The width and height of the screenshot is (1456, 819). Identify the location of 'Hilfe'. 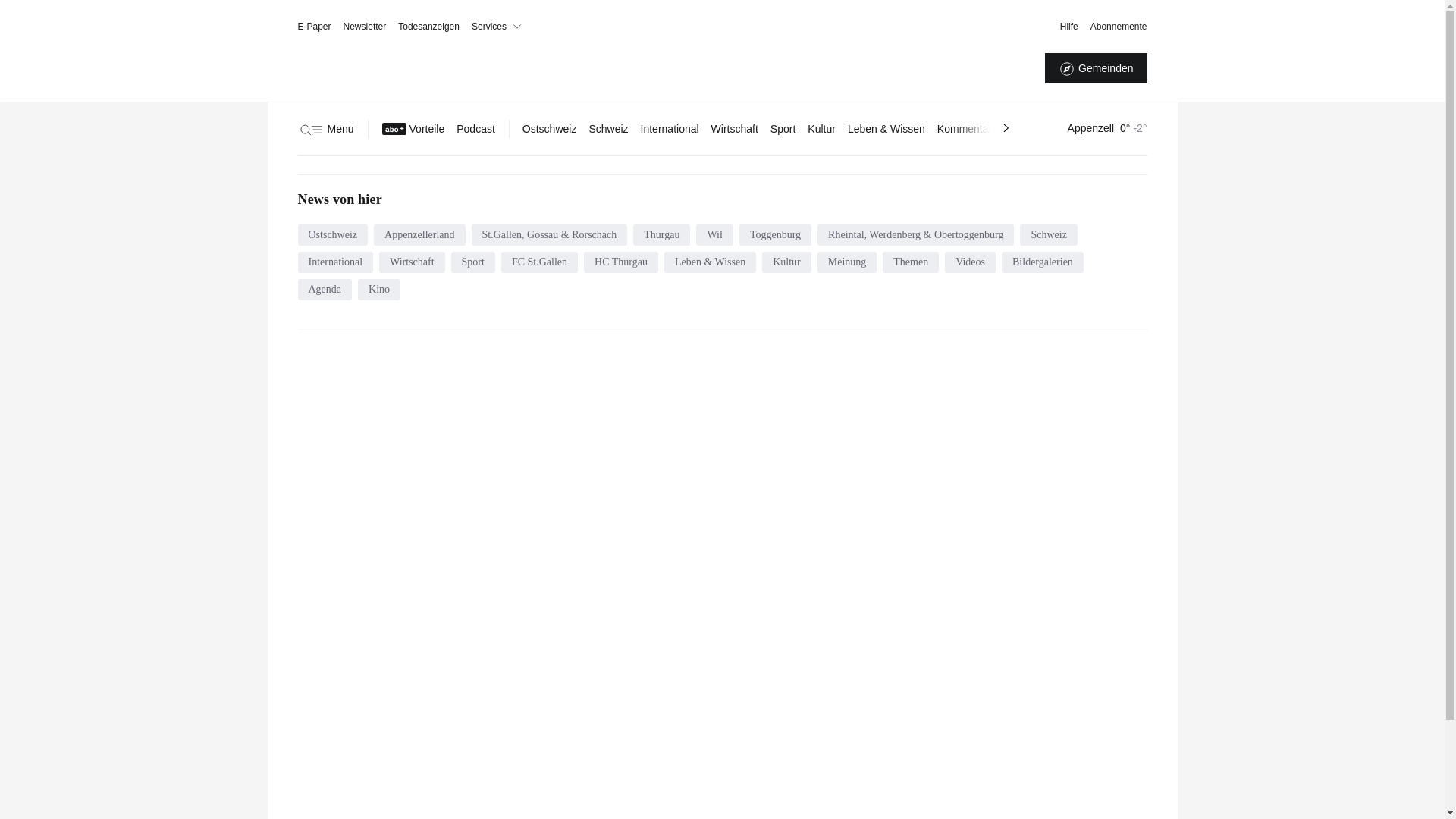
(1068, 26).